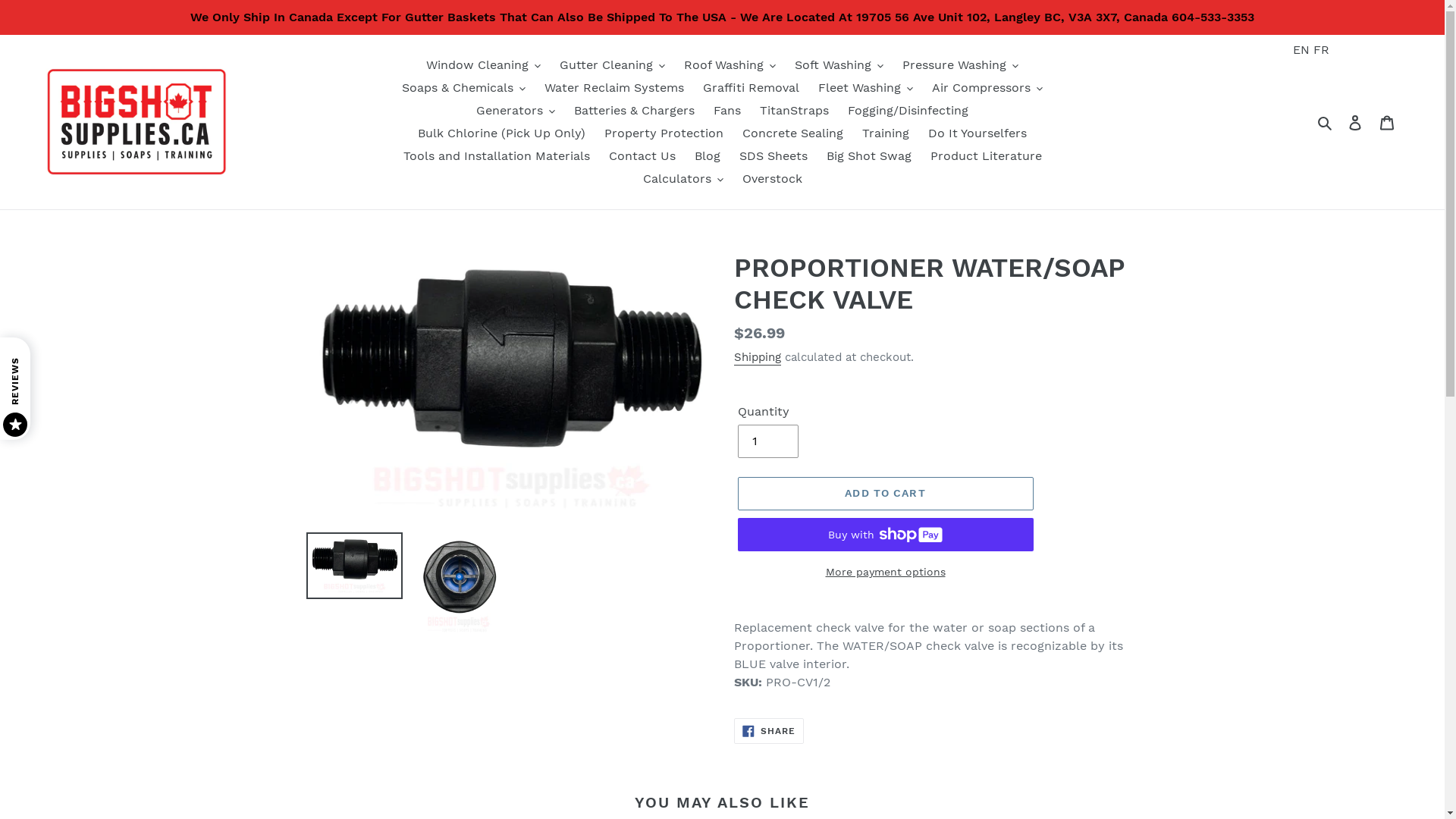 This screenshot has width=1456, height=819. Describe the element at coordinates (838, 64) in the screenshot. I see `'Soft Washing'` at that location.